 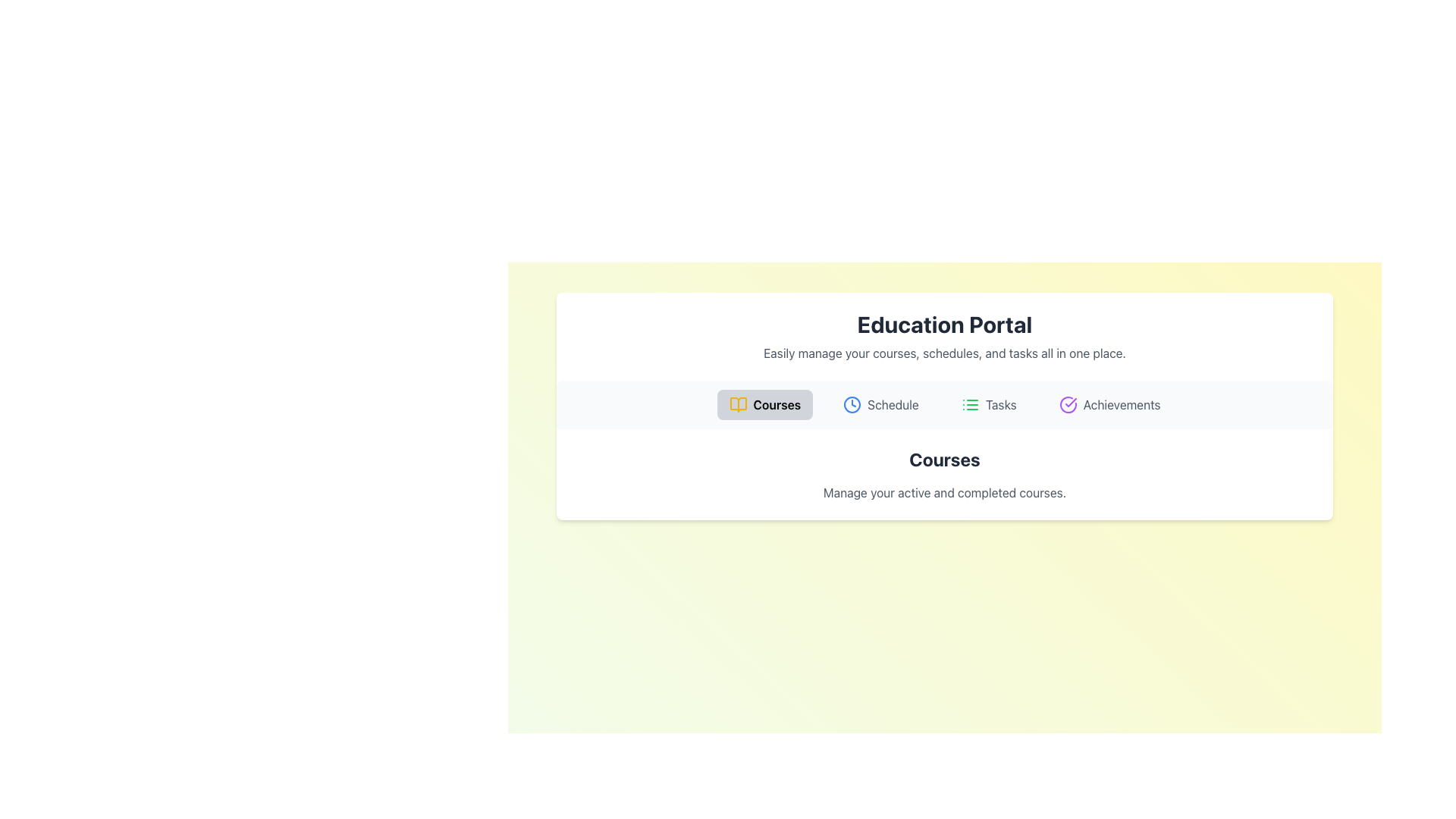 What do you see at coordinates (944, 403) in the screenshot?
I see `the Navigation Bar buttons in the Education Portal` at bounding box center [944, 403].